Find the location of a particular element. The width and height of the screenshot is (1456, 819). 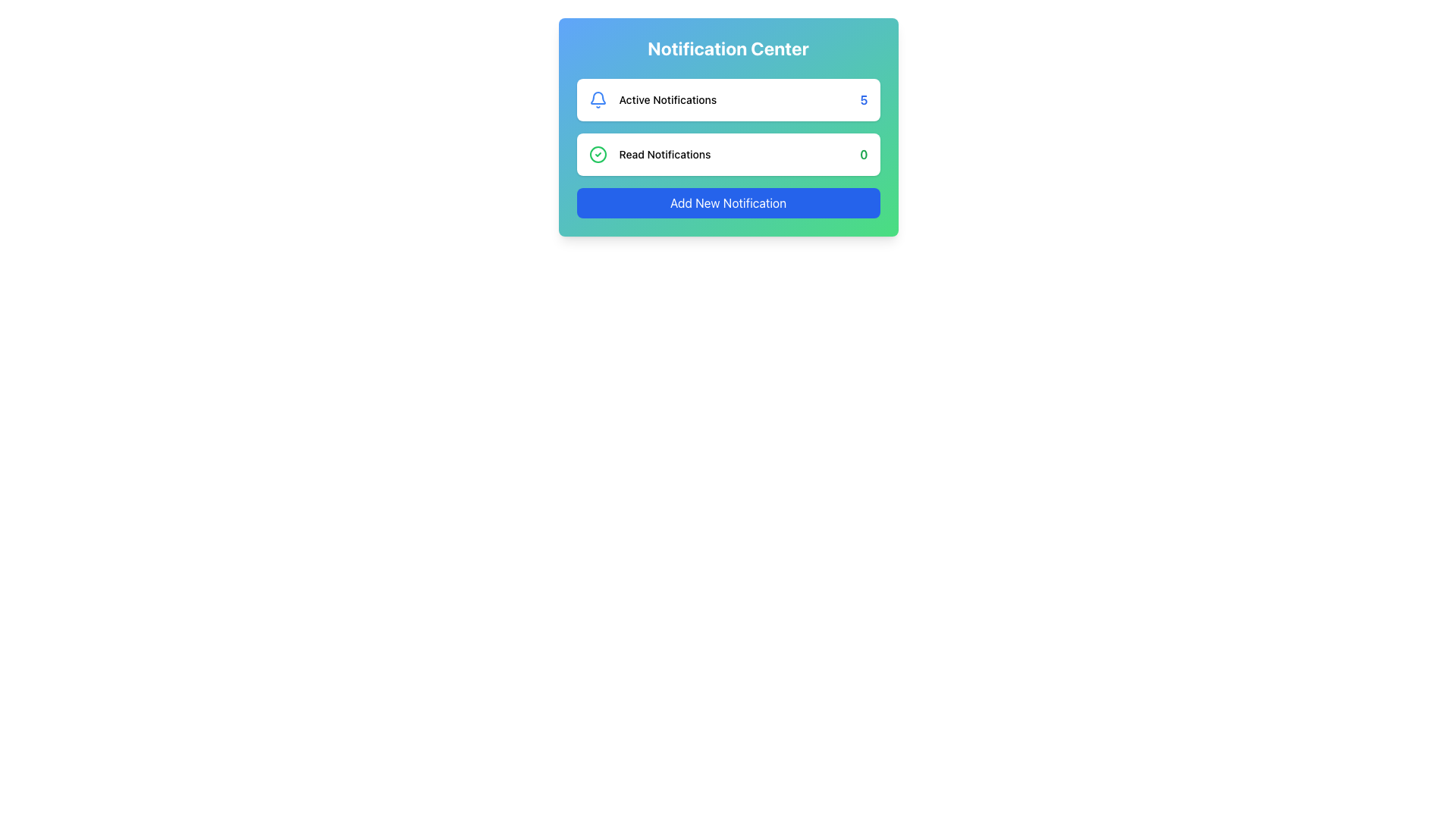

the notification section by clicking on the bell-shaped icon with a blue outline, which is positioned next to the text 'Active Notifications' is located at coordinates (597, 99).